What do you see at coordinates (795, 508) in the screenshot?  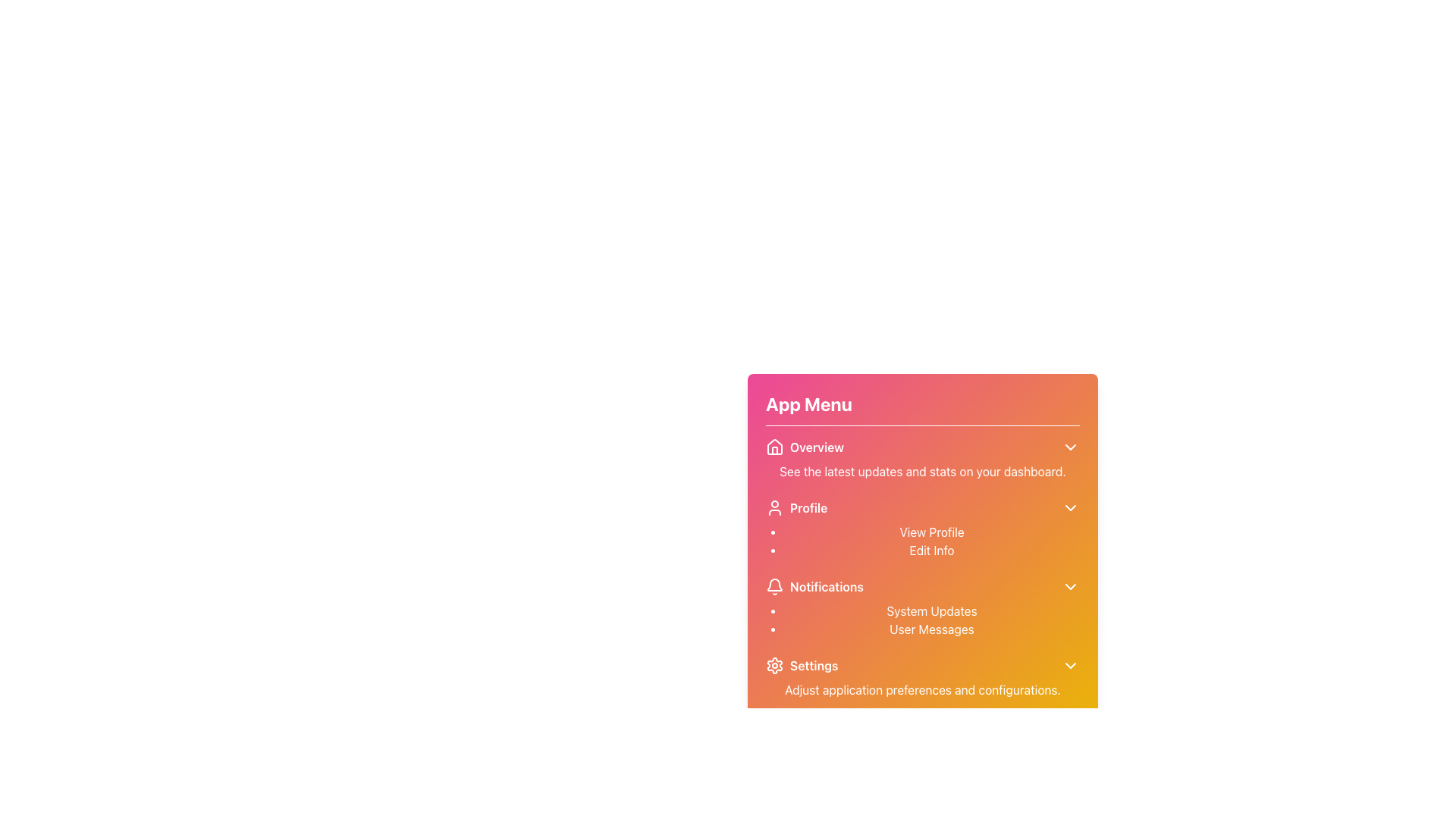 I see `the 'Profile' menu item, which is the second option in the vertical list of the gradient menu sidebar` at bounding box center [795, 508].